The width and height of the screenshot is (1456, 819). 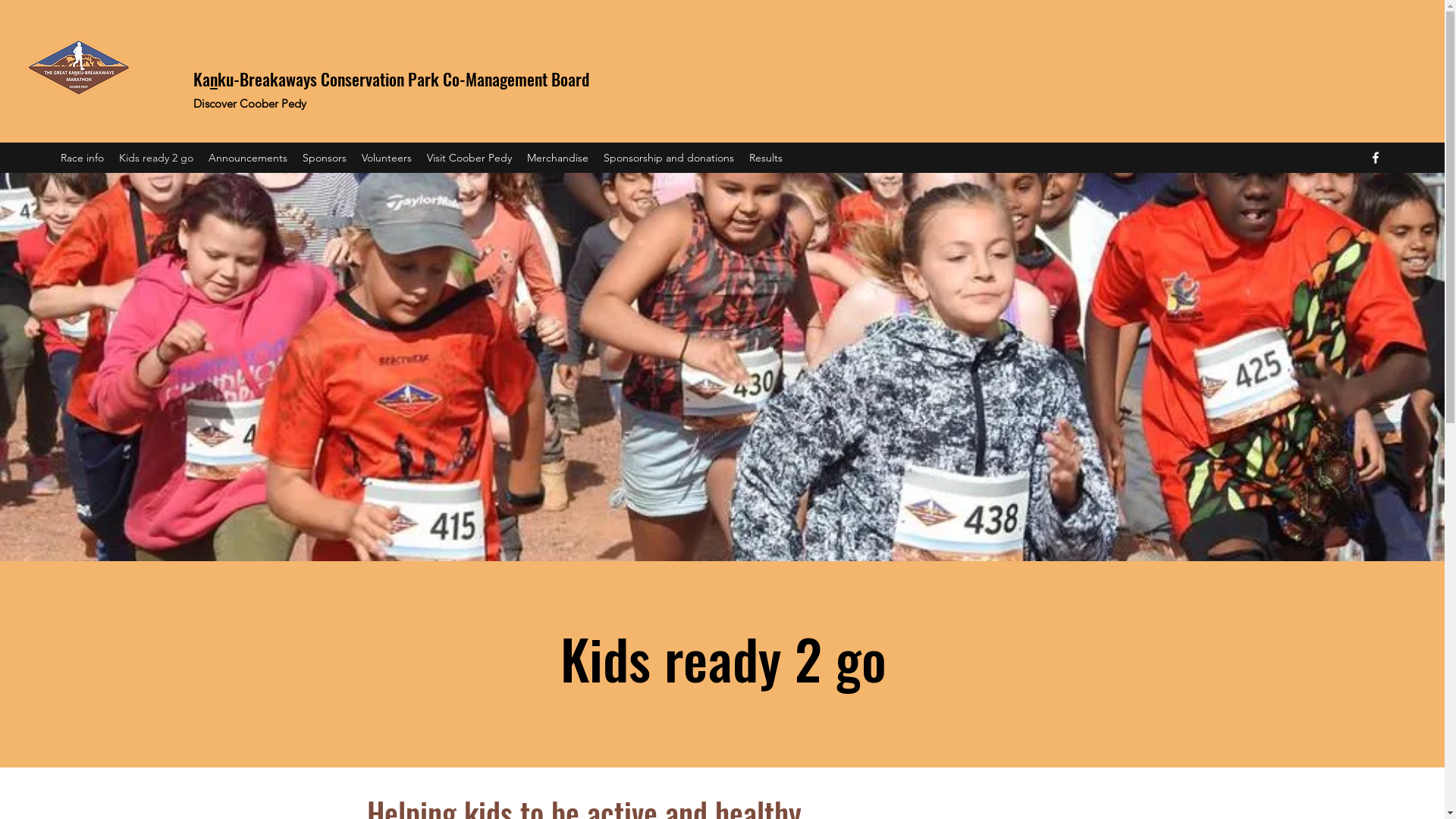 What do you see at coordinates (247, 158) in the screenshot?
I see `'Announcements'` at bounding box center [247, 158].